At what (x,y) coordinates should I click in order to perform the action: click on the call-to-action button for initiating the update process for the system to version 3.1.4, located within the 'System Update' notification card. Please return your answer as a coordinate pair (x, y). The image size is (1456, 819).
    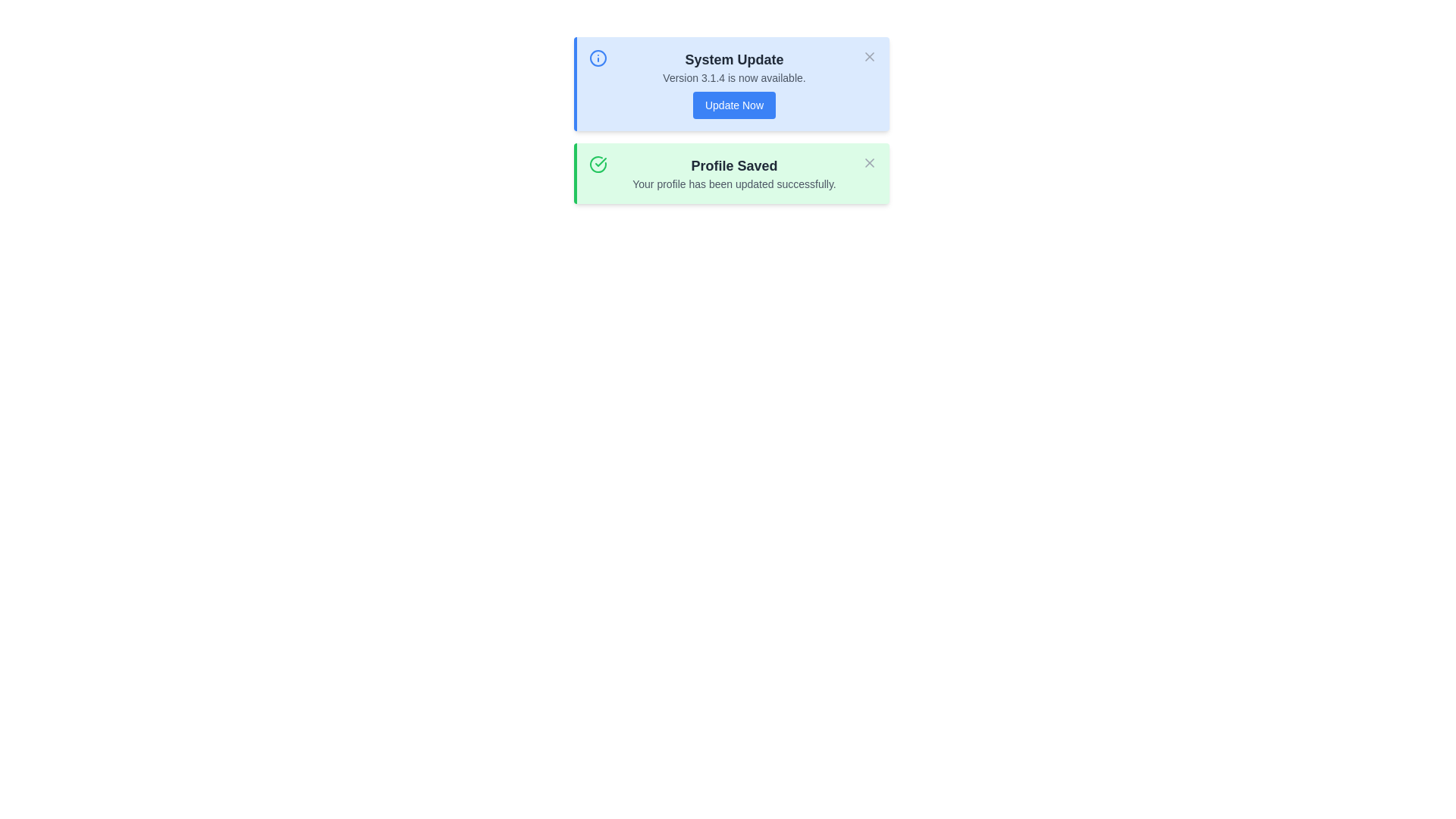
    Looking at the image, I should click on (734, 104).